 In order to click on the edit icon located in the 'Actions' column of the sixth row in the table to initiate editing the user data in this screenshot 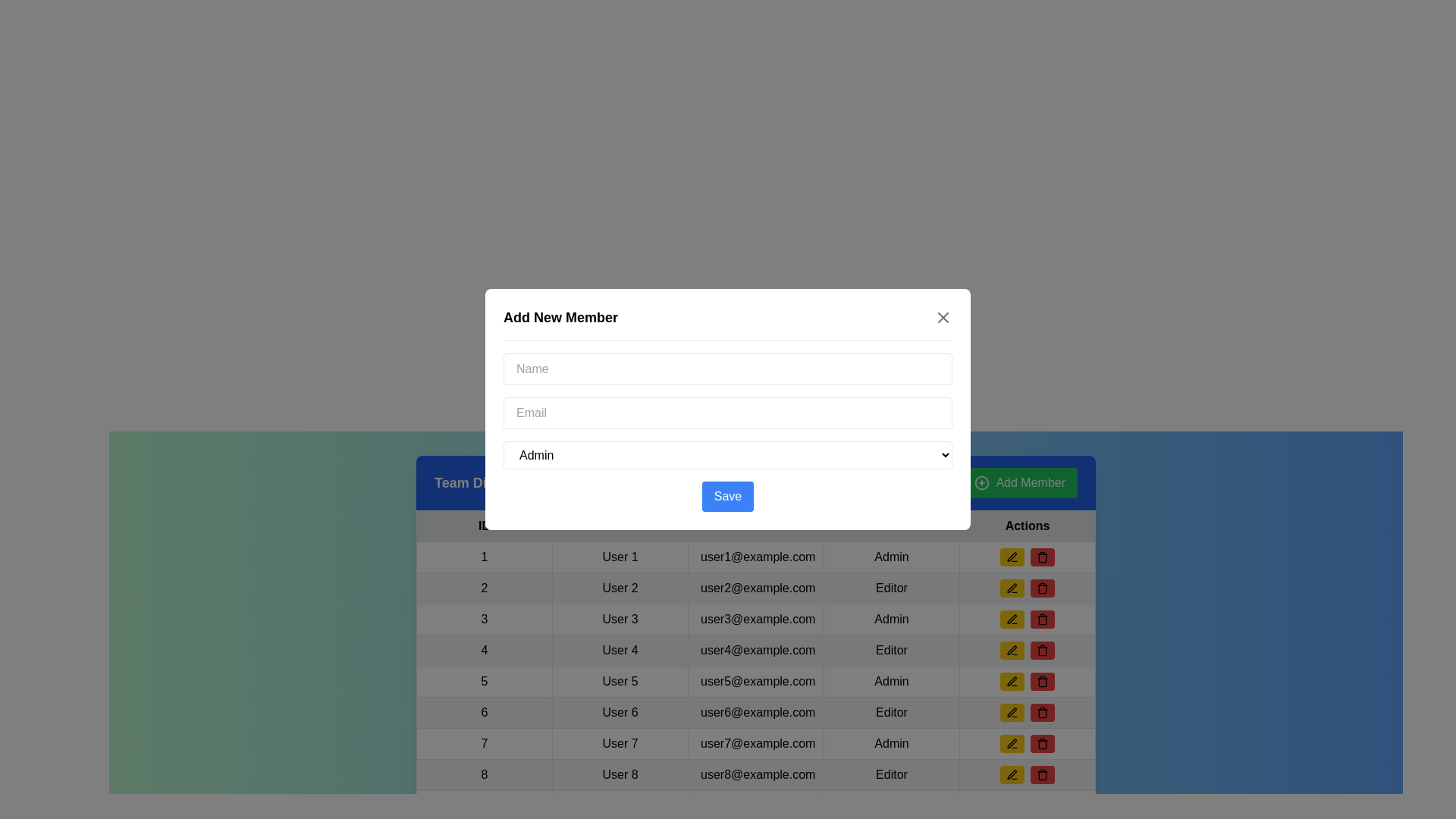, I will do `click(1012, 711)`.